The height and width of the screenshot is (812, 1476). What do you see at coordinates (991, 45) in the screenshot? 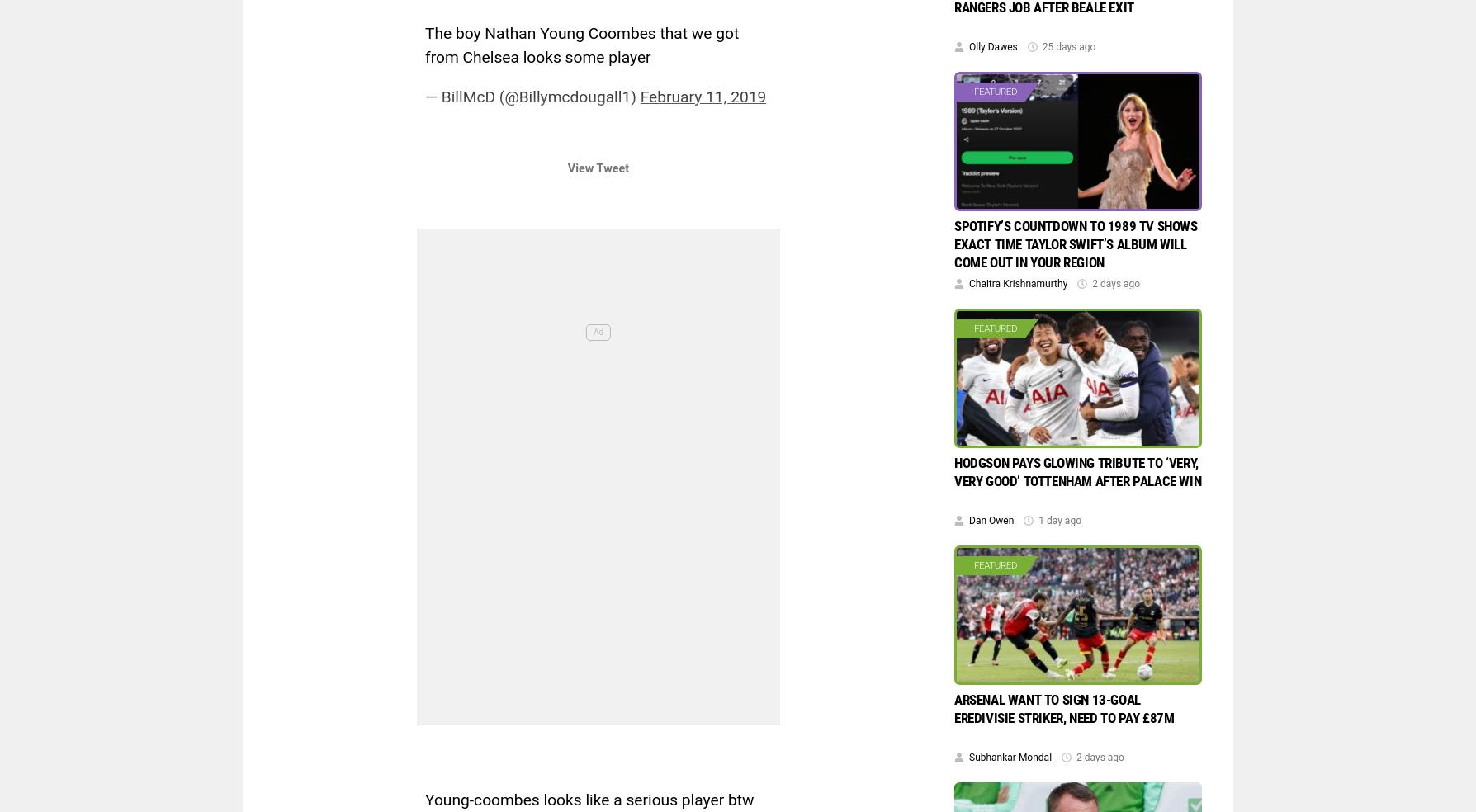
I see `'Olly Dawes'` at bounding box center [991, 45].